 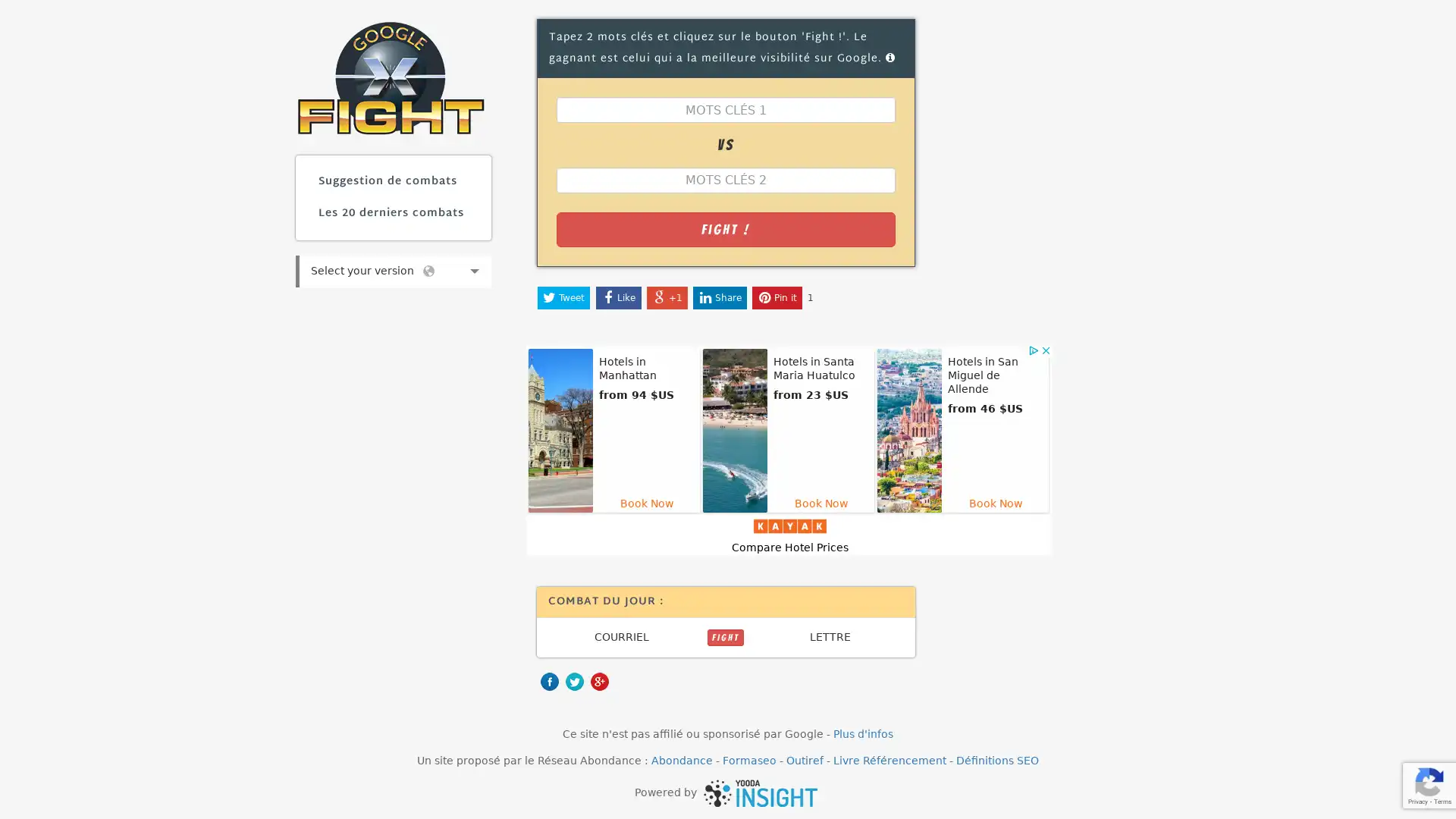 I want to click on FIGHT, so click(x=724, y=637).